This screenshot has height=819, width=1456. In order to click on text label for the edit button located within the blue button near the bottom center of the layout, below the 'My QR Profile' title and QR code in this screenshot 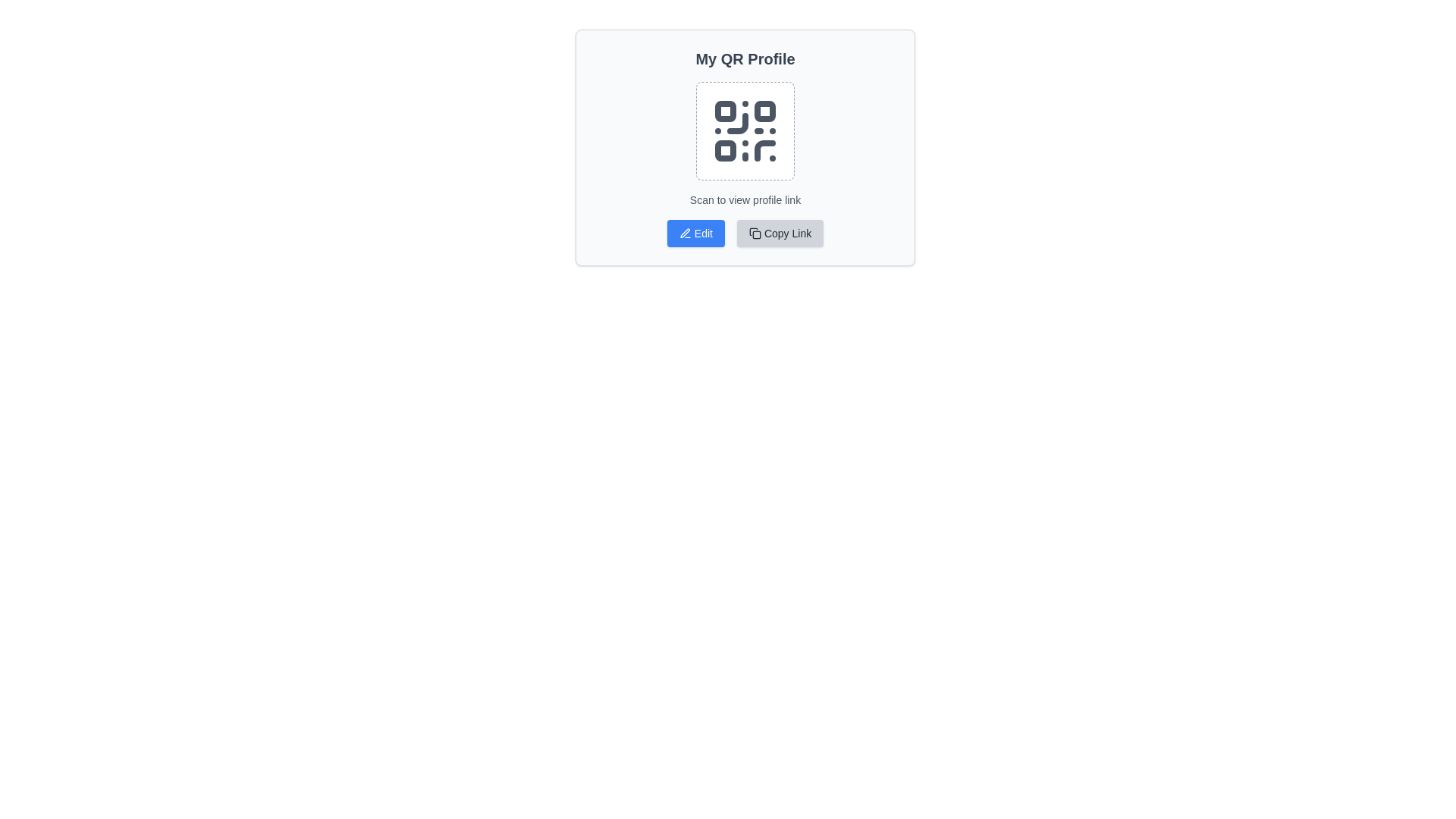, I will do `click(702, 234)`.